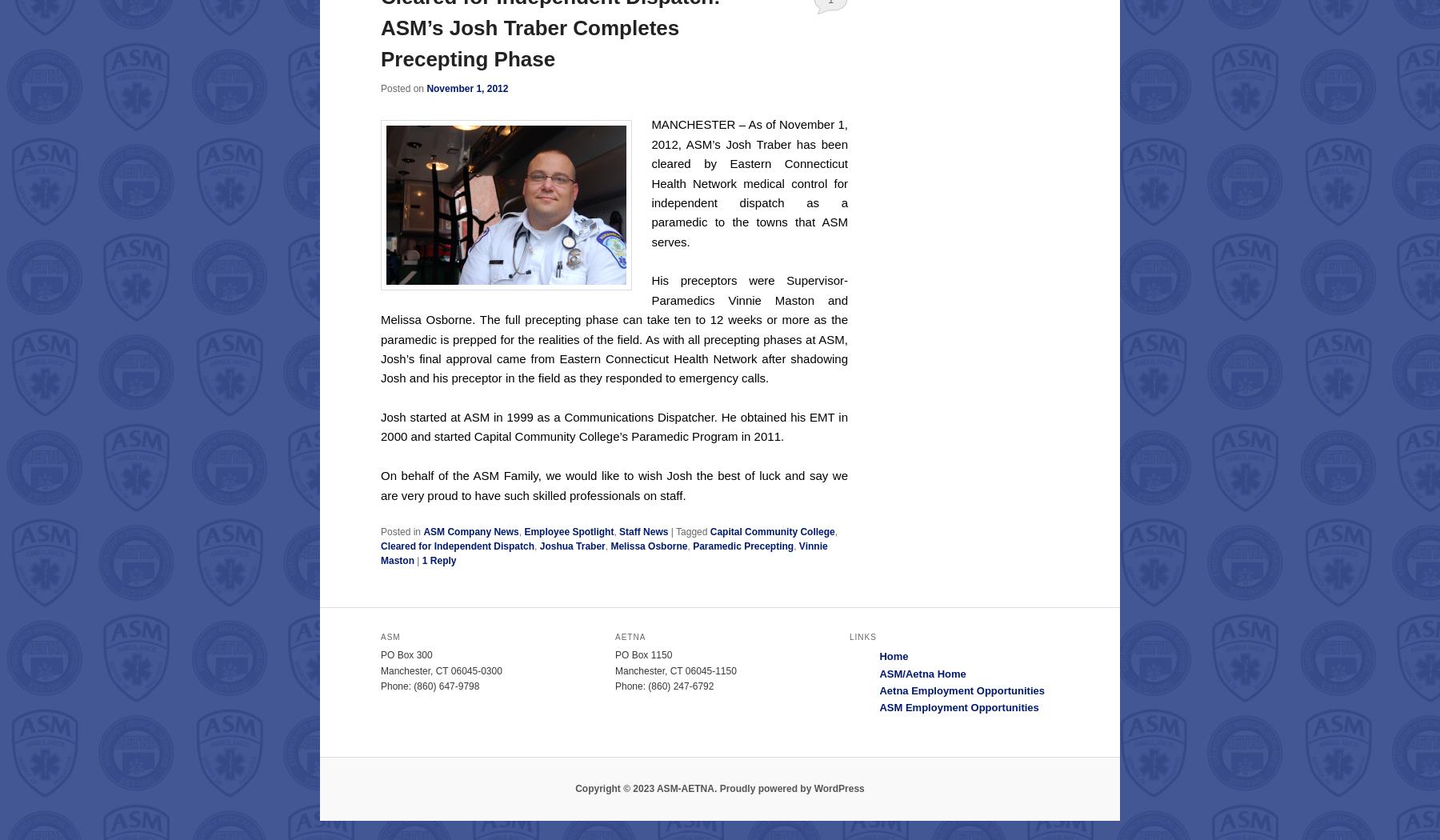 This screenshot has width=1440, height=840. Describe the element at coordinates (440, 670) in the screenshot. I see `'Manchester, CT 06045-0300'` at that location.